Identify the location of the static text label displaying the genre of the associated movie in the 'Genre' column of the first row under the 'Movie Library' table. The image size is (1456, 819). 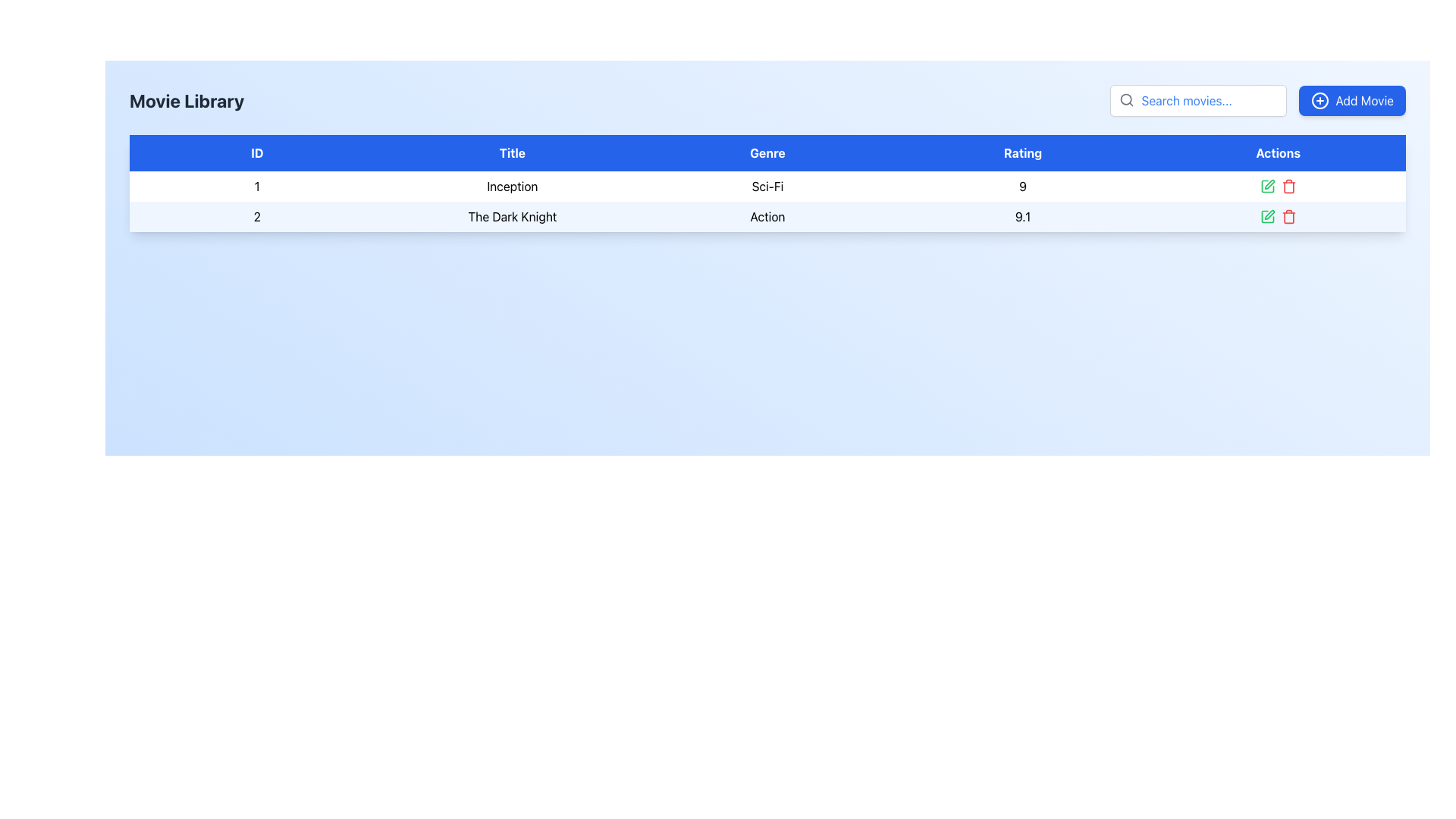
(767, 186).